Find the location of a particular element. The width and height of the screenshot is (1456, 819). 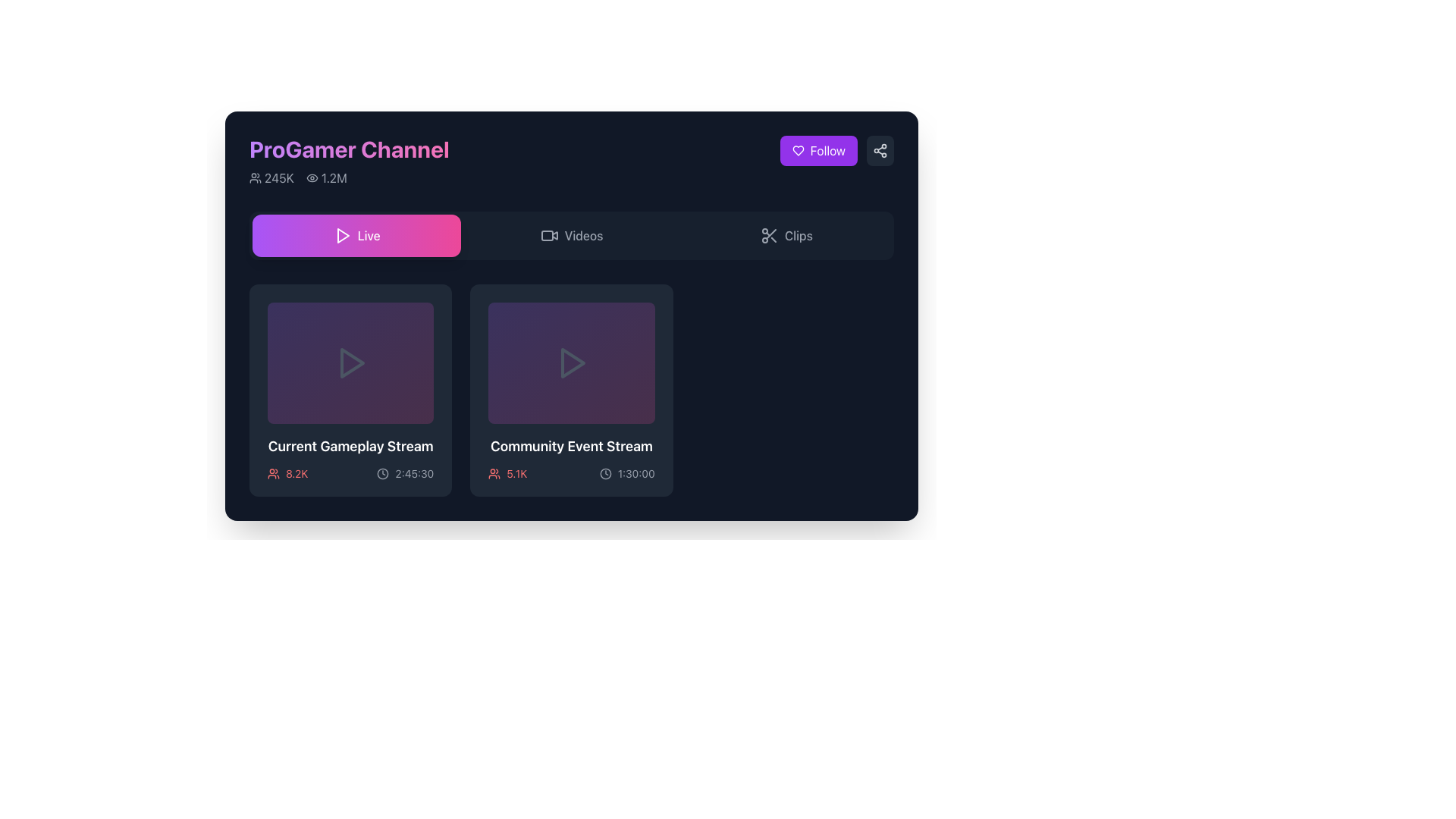

the interactive card for video or stream content located in the top-left corner of the grid layout is located at coordinates (350, 390).